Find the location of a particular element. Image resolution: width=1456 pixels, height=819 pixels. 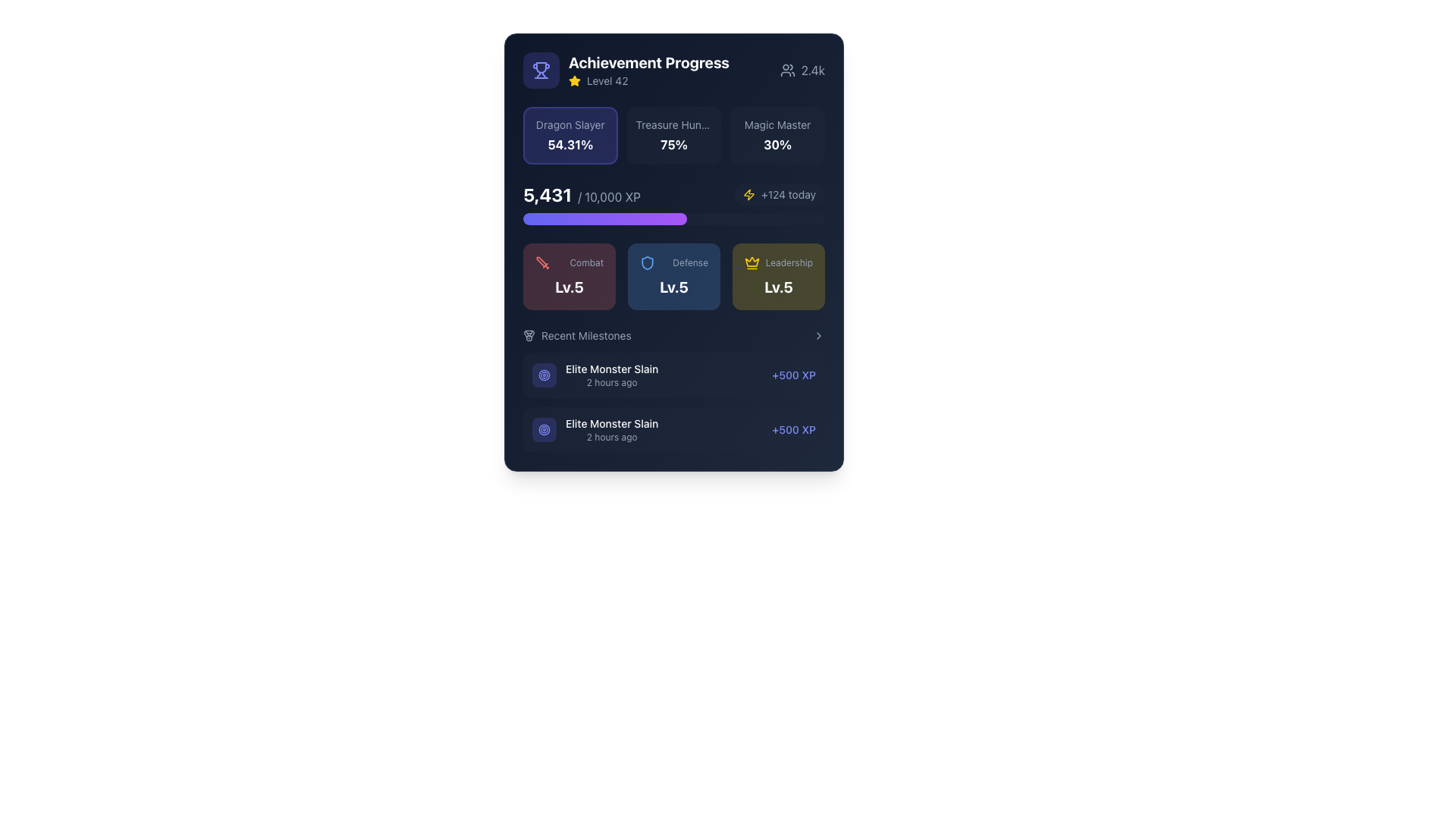

the trophy icon with an indigo hue, located in the 'Achievement Progress' section next to 'Level 42' is located at coordinates (541, 67).